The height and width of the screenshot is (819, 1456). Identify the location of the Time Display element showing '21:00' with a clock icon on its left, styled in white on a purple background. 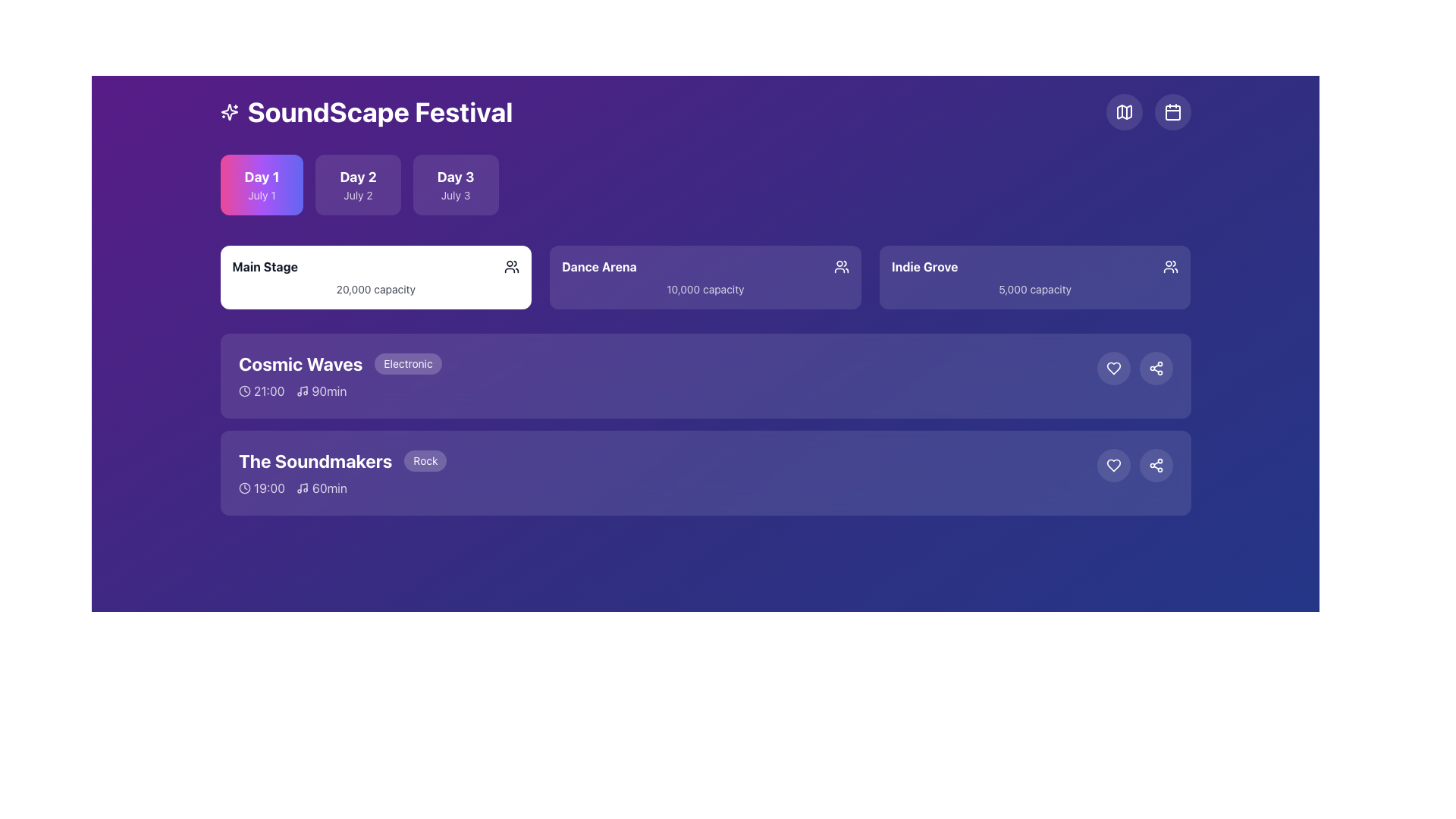
(261, 391).